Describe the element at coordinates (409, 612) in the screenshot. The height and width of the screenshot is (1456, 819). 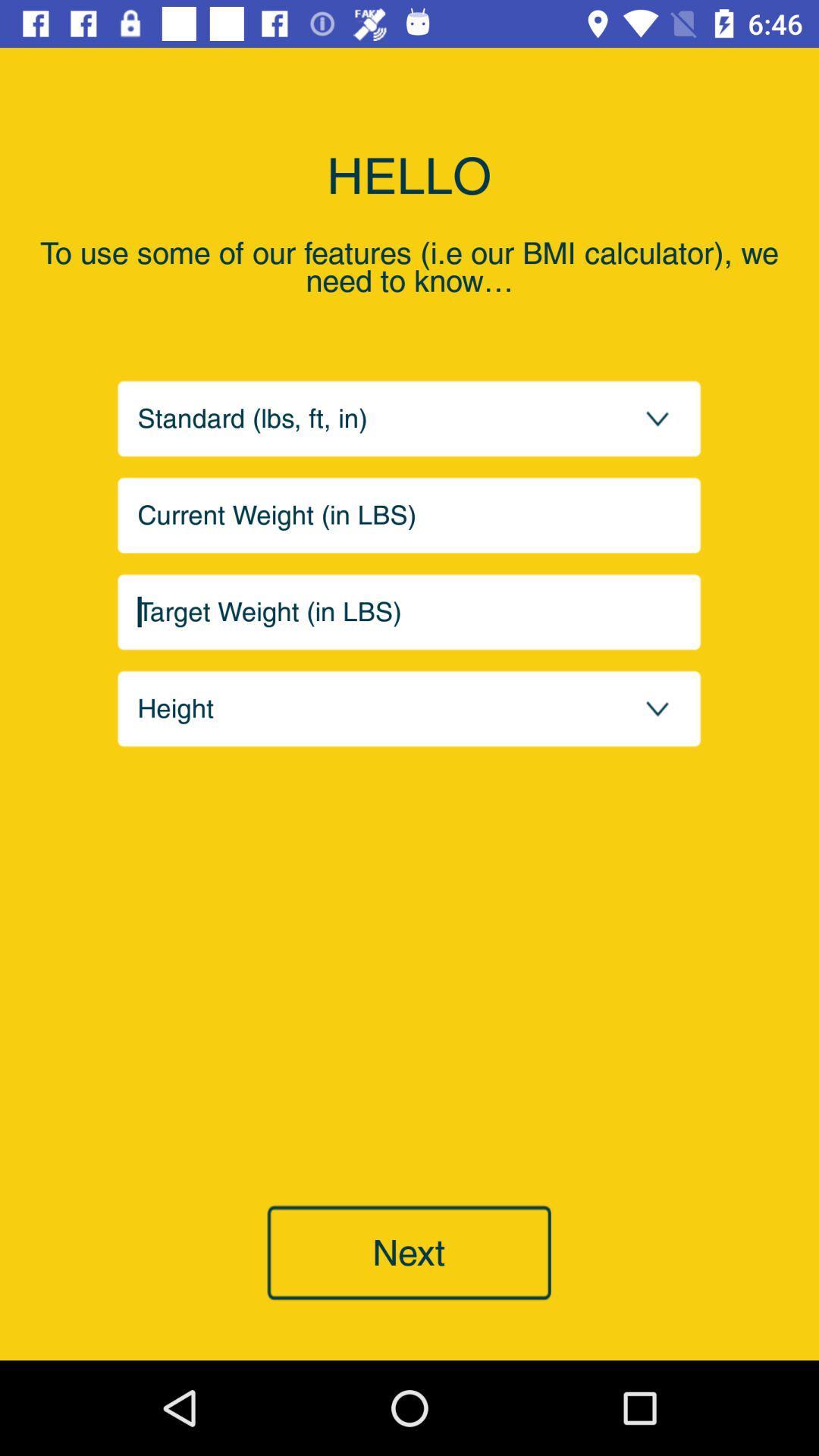
I see `target weight detail` at that location.